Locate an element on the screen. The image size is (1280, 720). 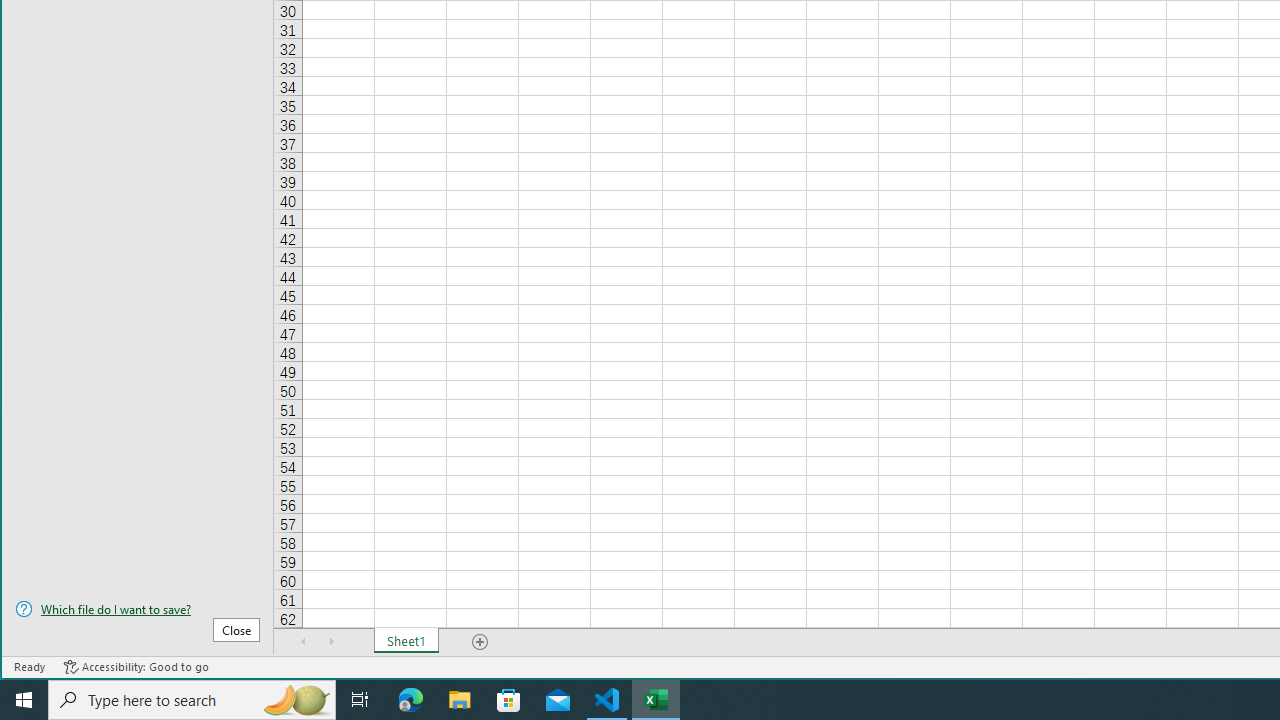
'Start' is located at coordinates (24, 698).